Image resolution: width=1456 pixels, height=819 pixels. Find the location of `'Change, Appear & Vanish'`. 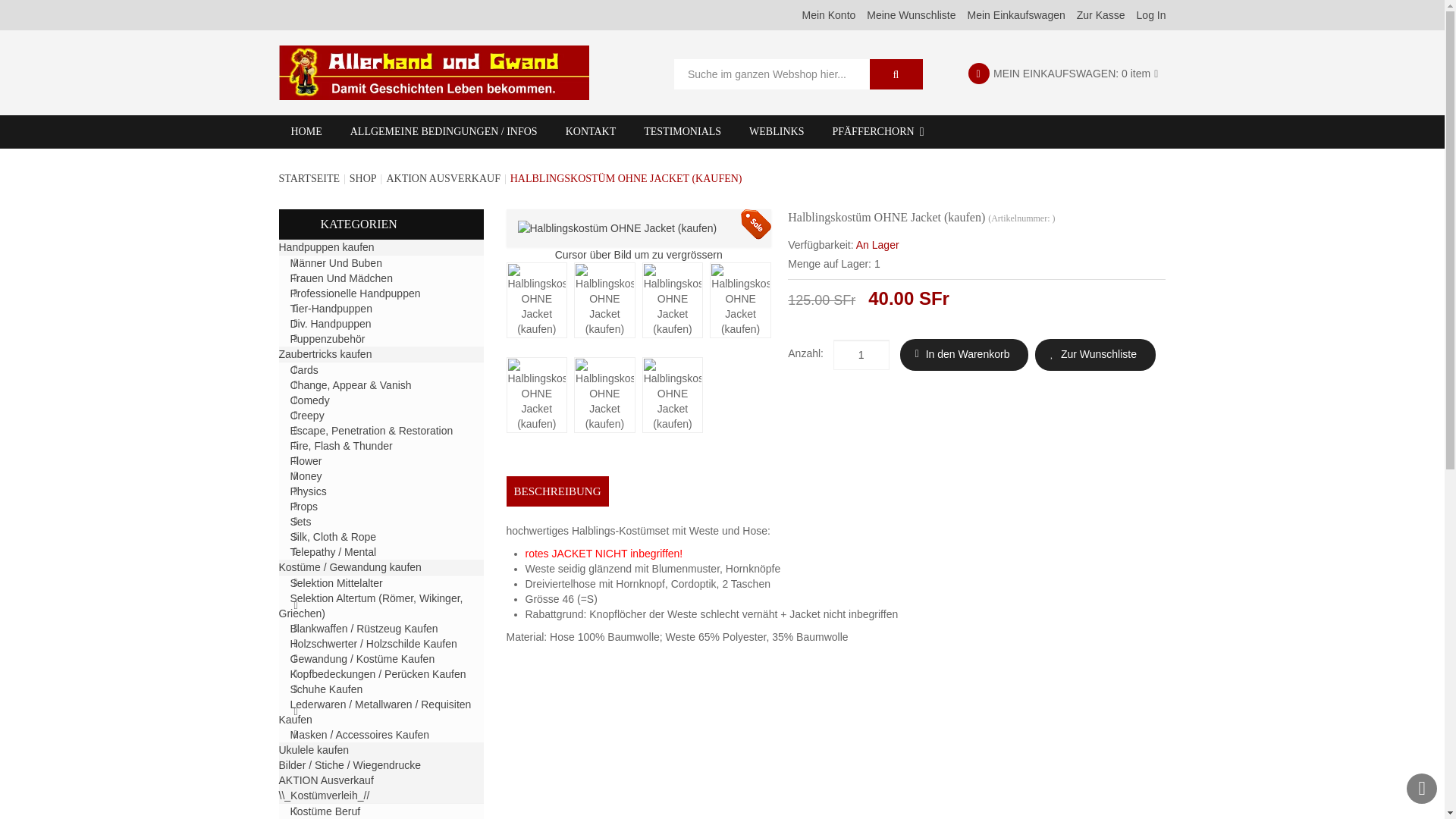

'Change, Appear & Vanish' is located at coordinates (349, 384).